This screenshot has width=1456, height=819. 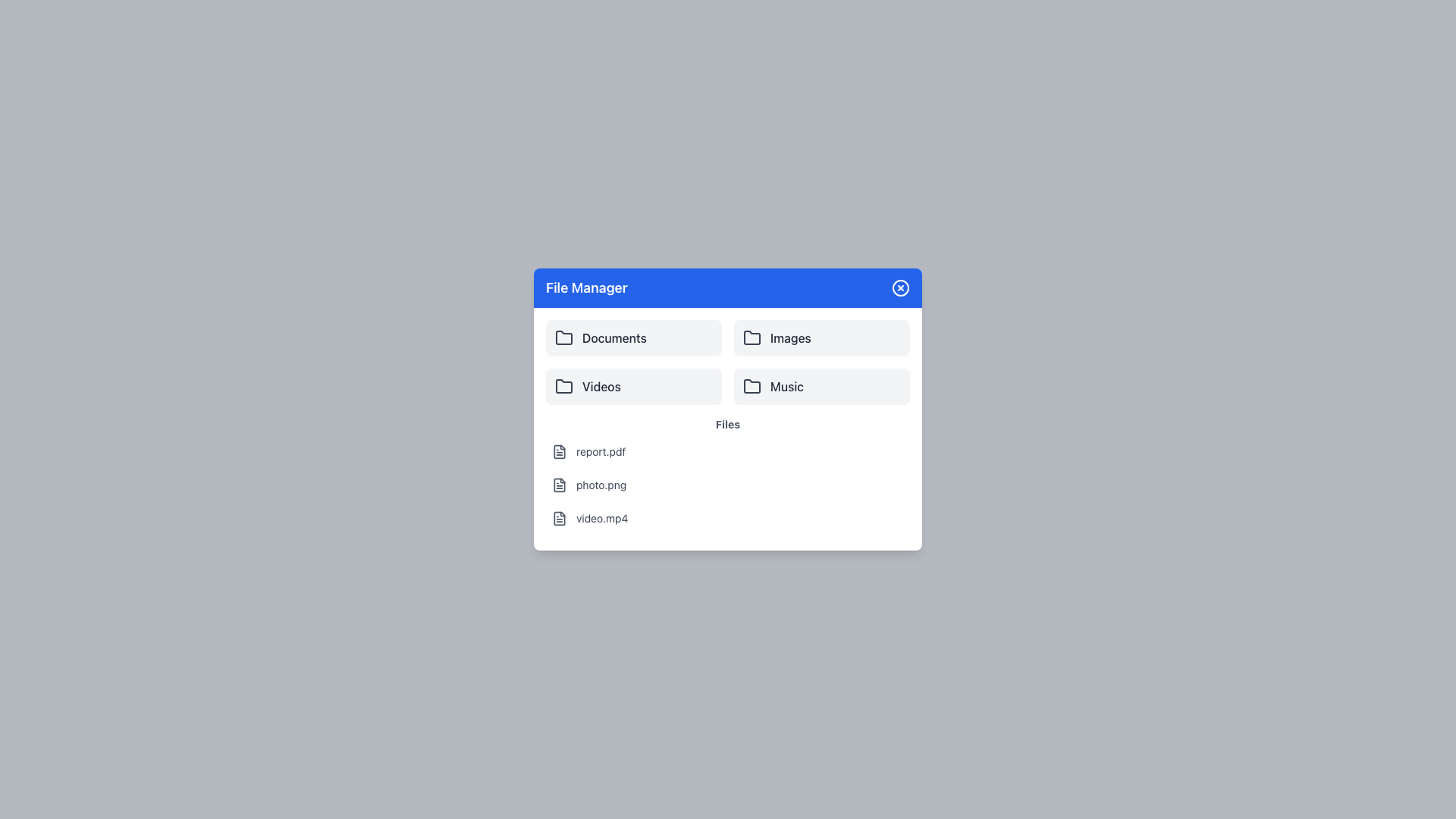 I want to click on the 'Videos' button in the File Manager interface, so click(x=633, y=385).